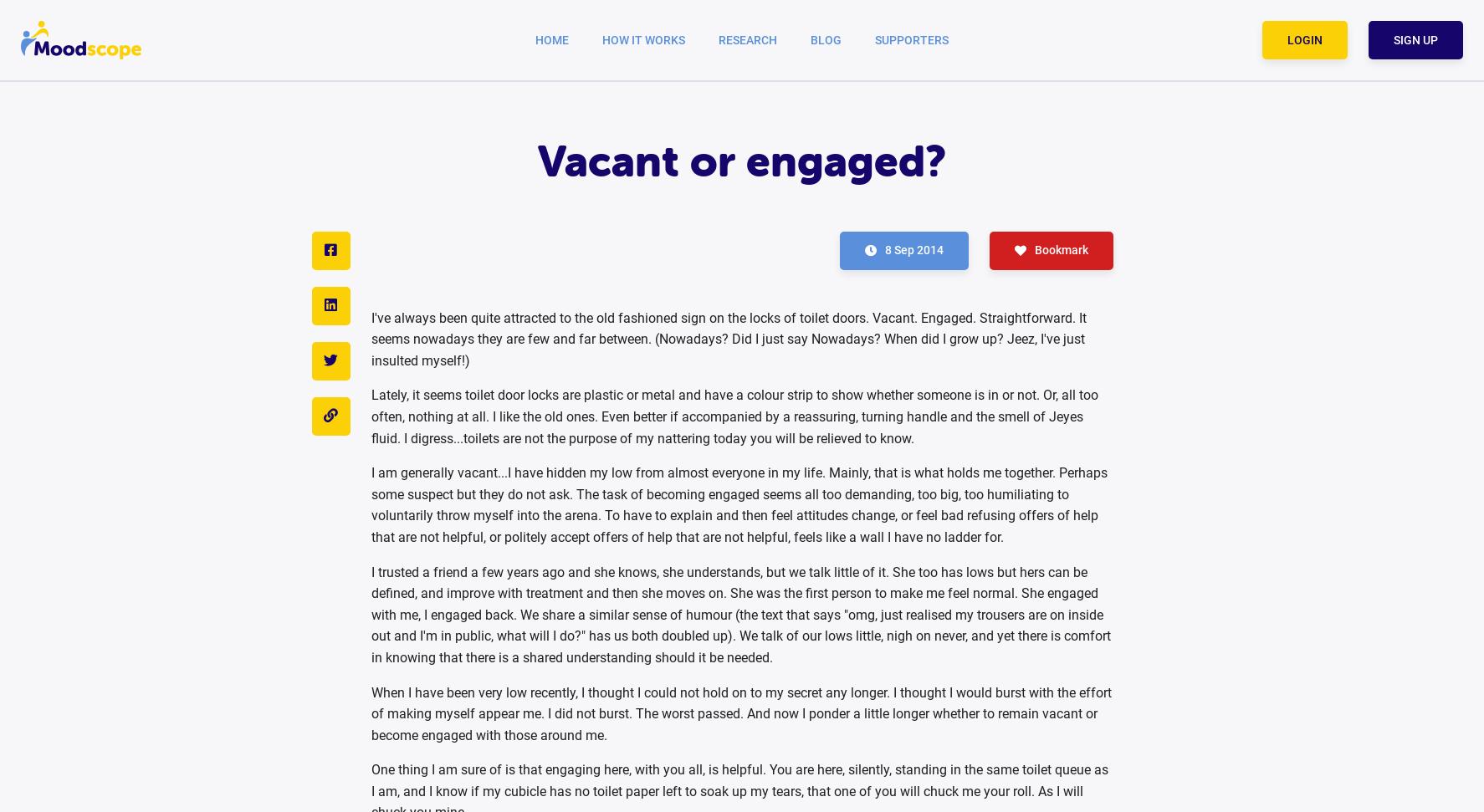 This screenshot has width=1484, height=812. What do you see at coordinates (734, 416) in the screenshot?
I see `'Lately, it seems toilet door locks are plastic or metal and have a colour strip to show whether someone is in or not. Or, all too often, nothing at all. I like the old ones.  Even better if accompanied by a reassuring, turning handle and the smell of Jeyes fluid.  I digress...toilets are not the purpose of my nattering today you will be relieved to know.'` at bounding box center [734, 416].